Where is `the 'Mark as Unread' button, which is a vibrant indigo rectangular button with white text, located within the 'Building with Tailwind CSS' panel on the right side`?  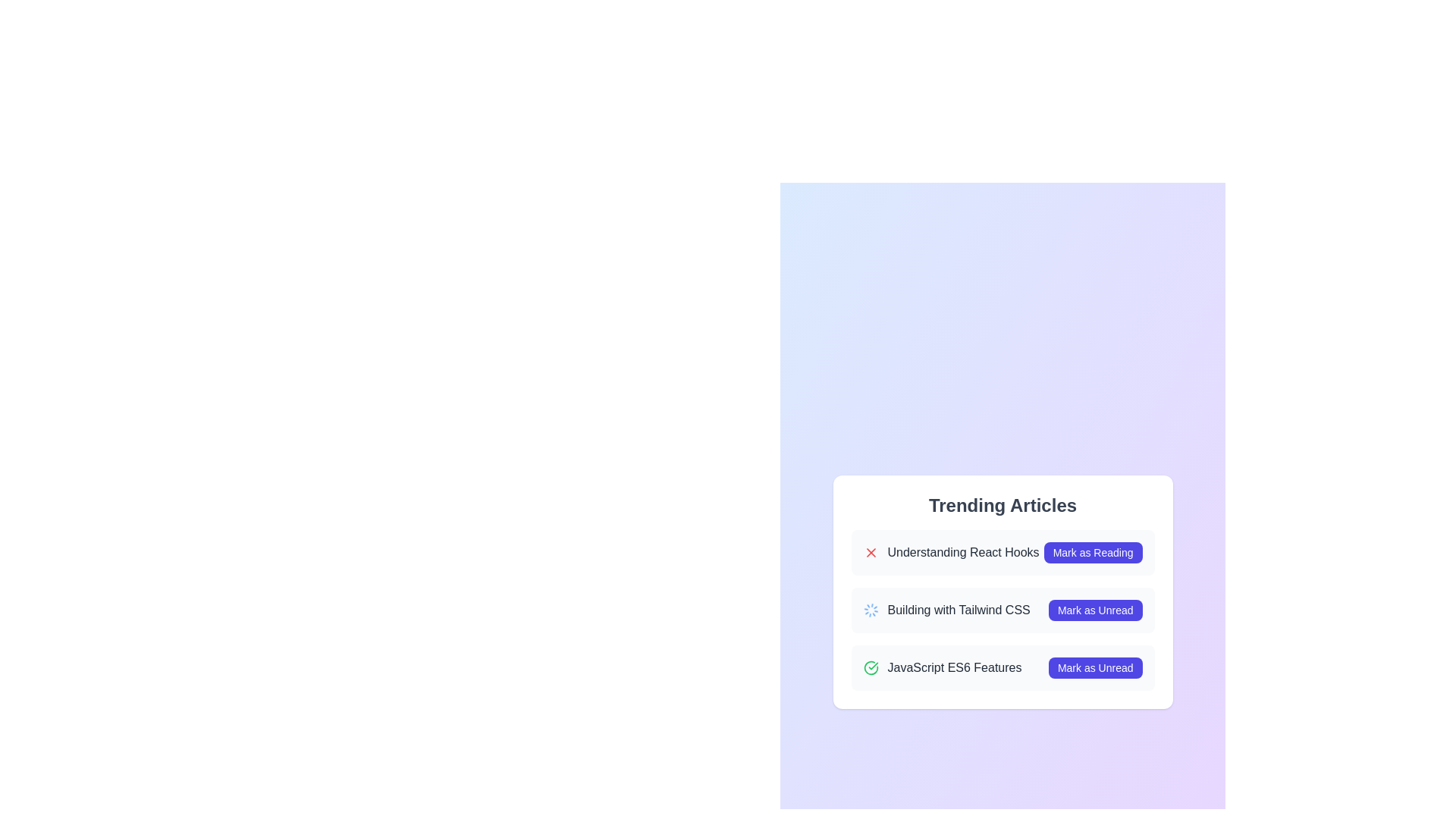
the 'Mark as Unread' button, which is a vibrant indigo rectangular button with white text, located within the 'Building with Tailwind CSS' panel on the right side is located at coordinates (1095, 610).